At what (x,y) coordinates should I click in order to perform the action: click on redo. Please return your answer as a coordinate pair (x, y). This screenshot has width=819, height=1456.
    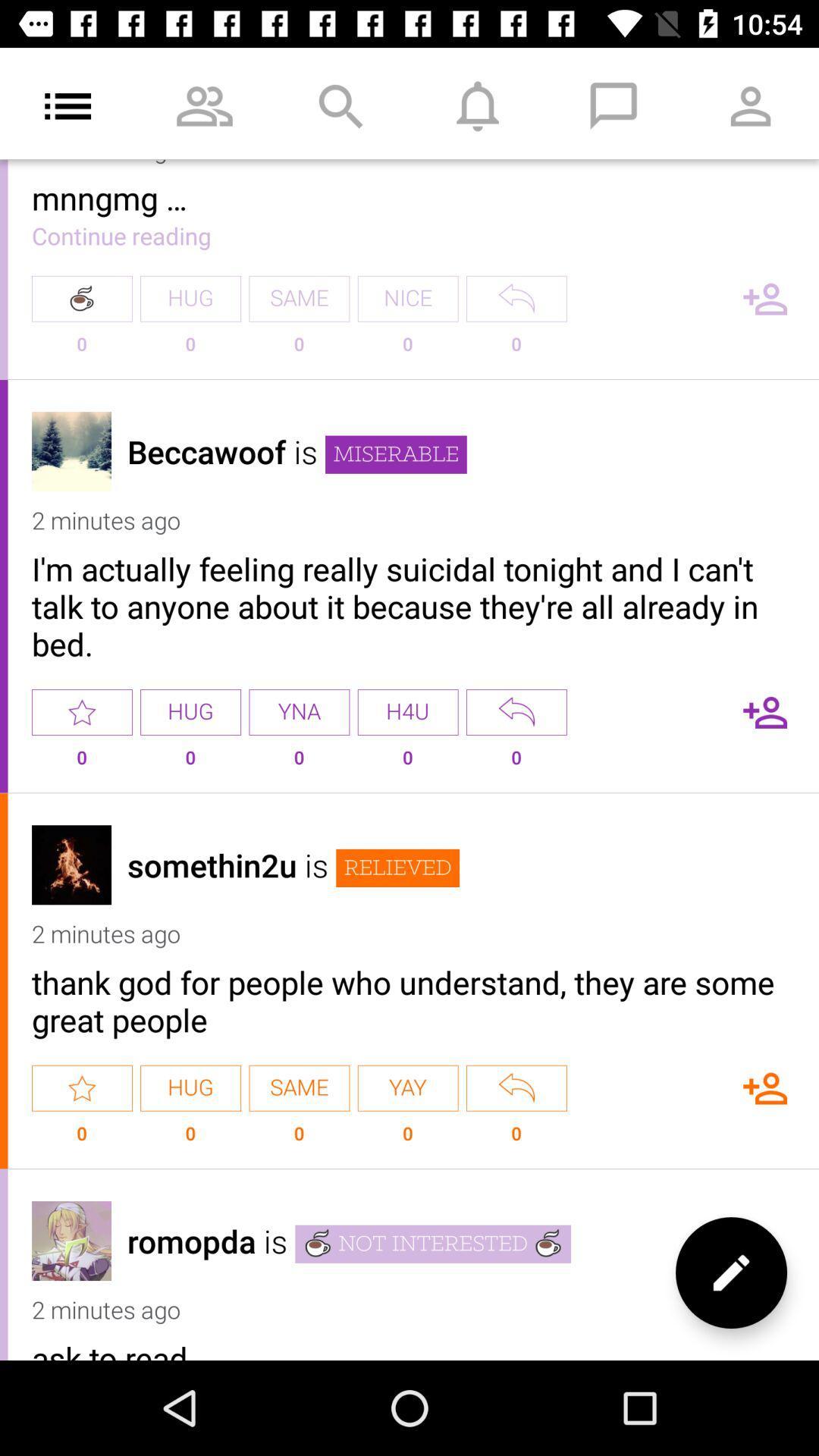
    Looking at the image, I should click on (516, 299).